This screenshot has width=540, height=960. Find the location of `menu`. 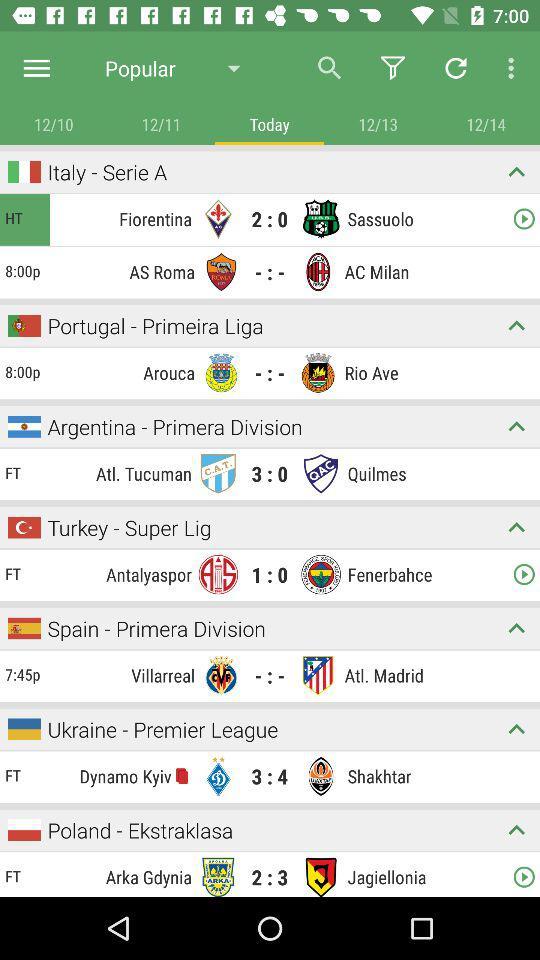

menu is located at coordinates (516, 728).